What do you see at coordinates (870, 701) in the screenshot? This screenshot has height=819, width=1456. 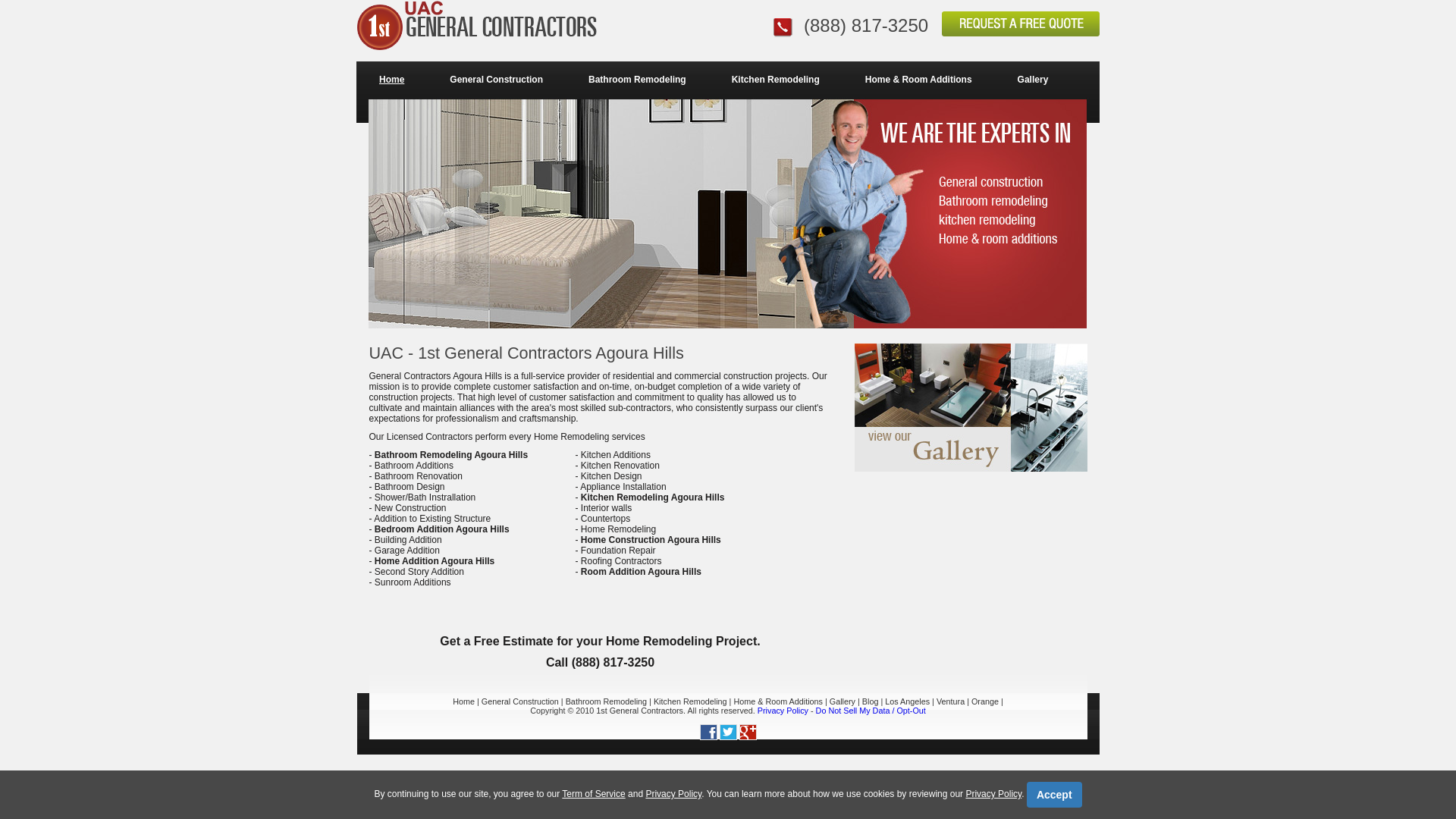 I see `'Blog'` at bounding box center [870, 701].